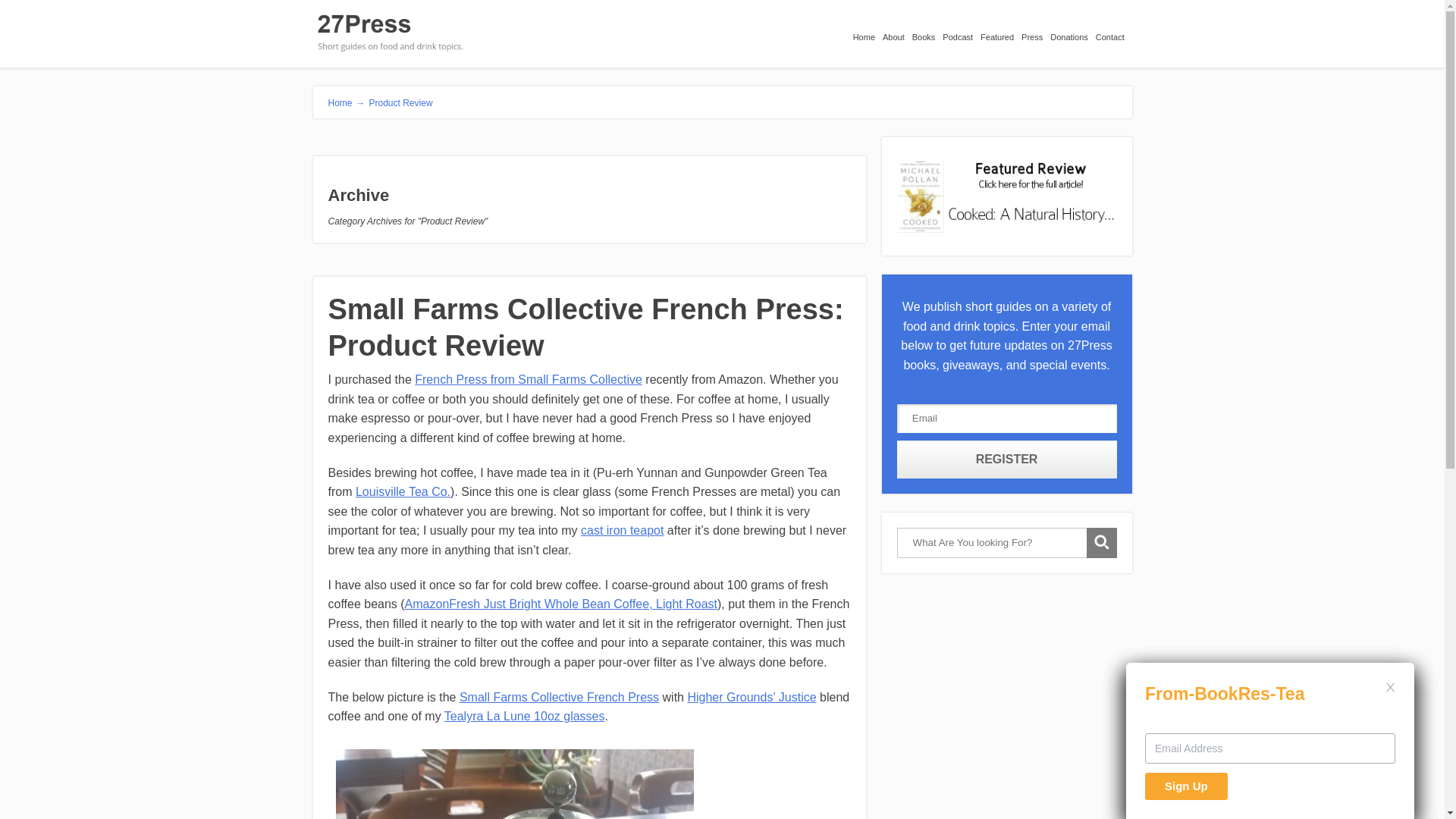  I want to click on 'cast iron teapot', so click(622, 529).